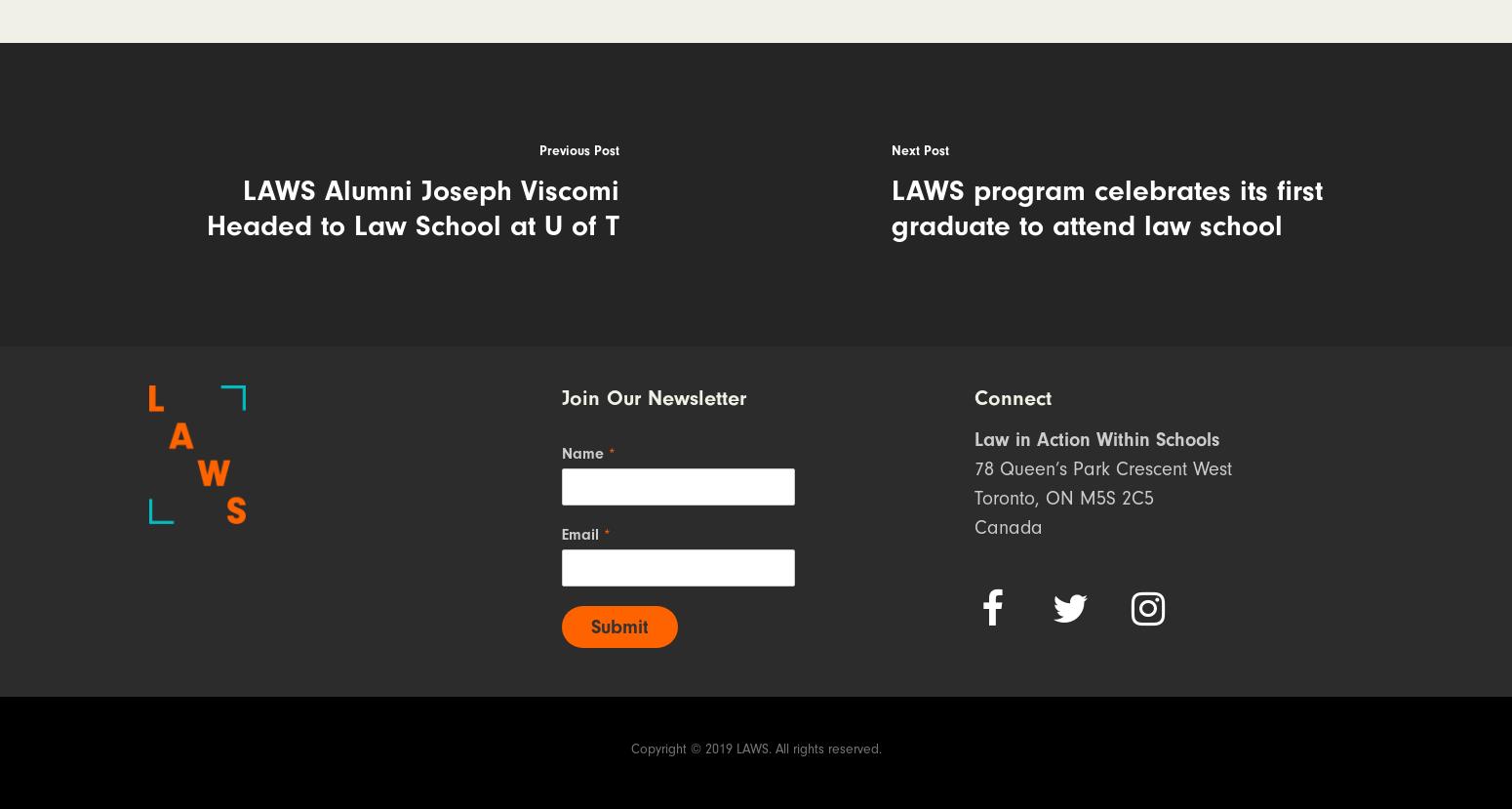 This screenshot has width=1512, height=809. Describe the element at coordinates (1013, 398) in the screenshot. I see `'Connect'` at that location.